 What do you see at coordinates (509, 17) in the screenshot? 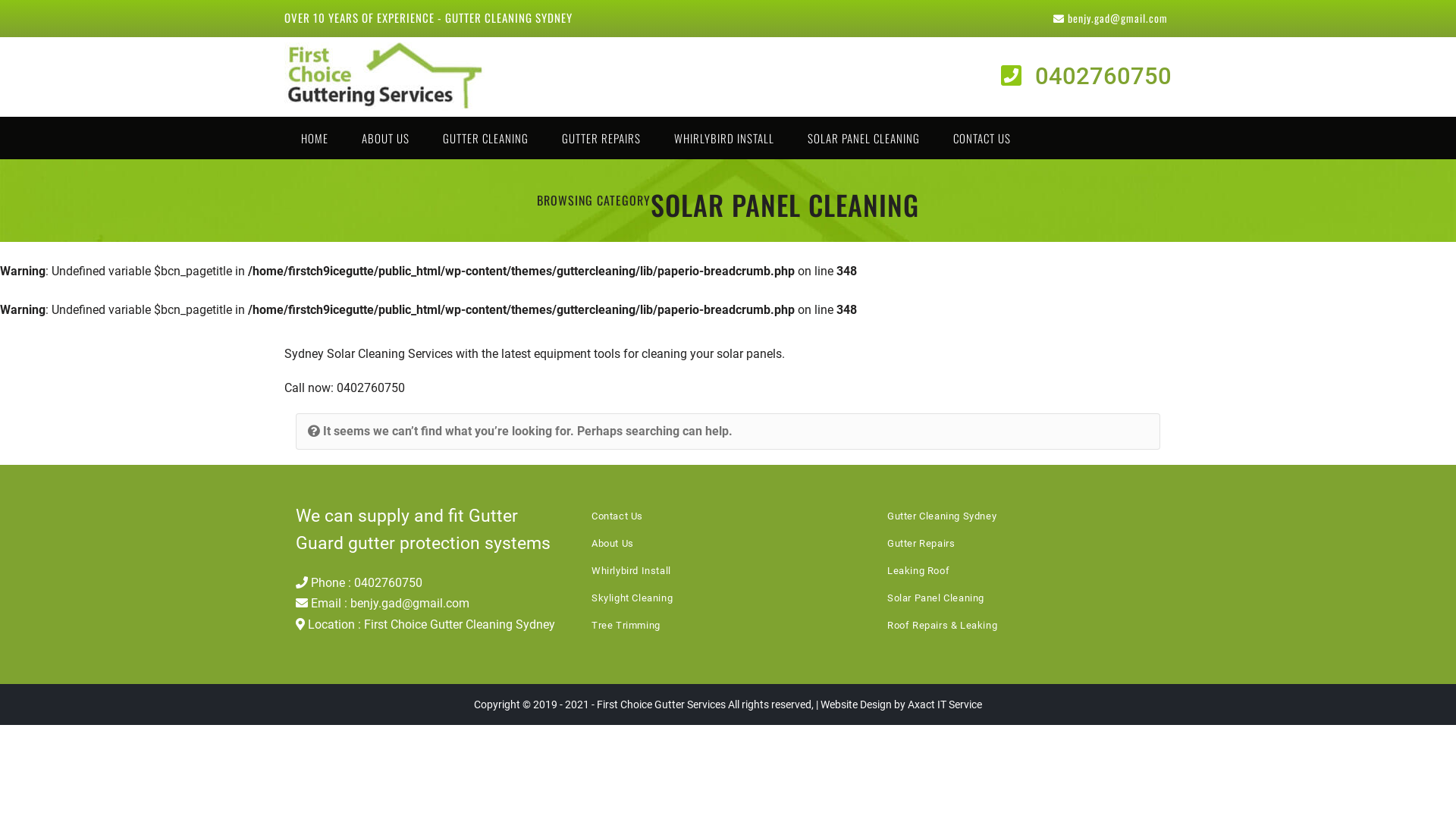
I see `'GUTTER CLEANING SYDNEY'` at bounding box center [509, 17].